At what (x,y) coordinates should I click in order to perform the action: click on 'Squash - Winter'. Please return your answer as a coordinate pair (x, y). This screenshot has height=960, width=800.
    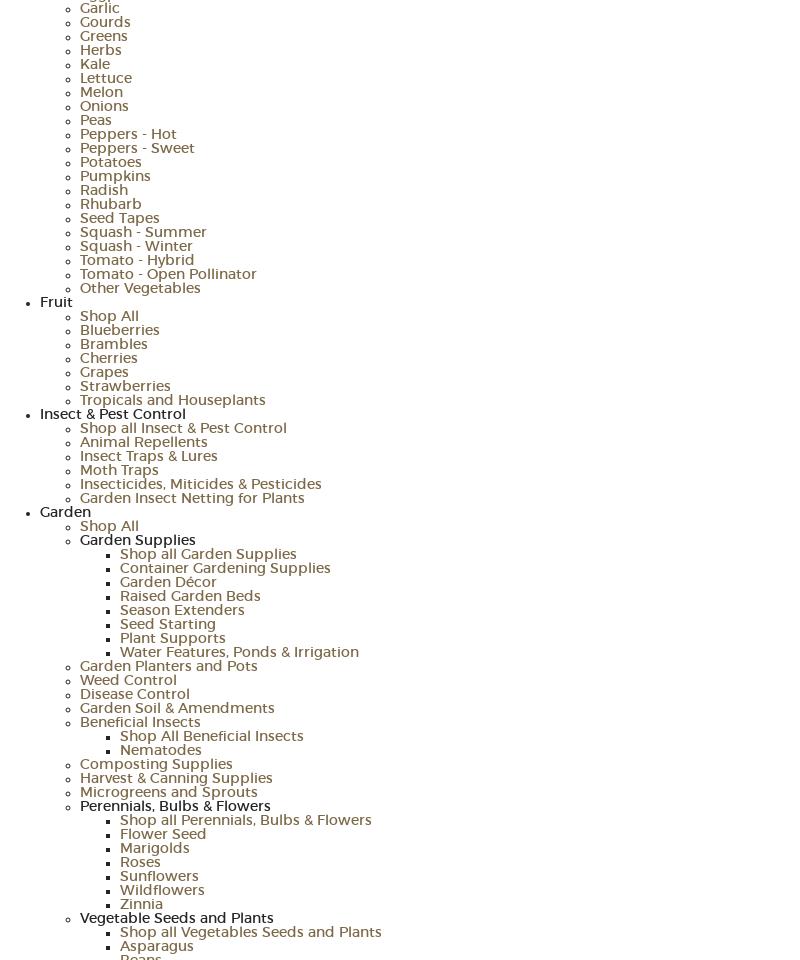
    Looking at the image, I should click on (136, 244).